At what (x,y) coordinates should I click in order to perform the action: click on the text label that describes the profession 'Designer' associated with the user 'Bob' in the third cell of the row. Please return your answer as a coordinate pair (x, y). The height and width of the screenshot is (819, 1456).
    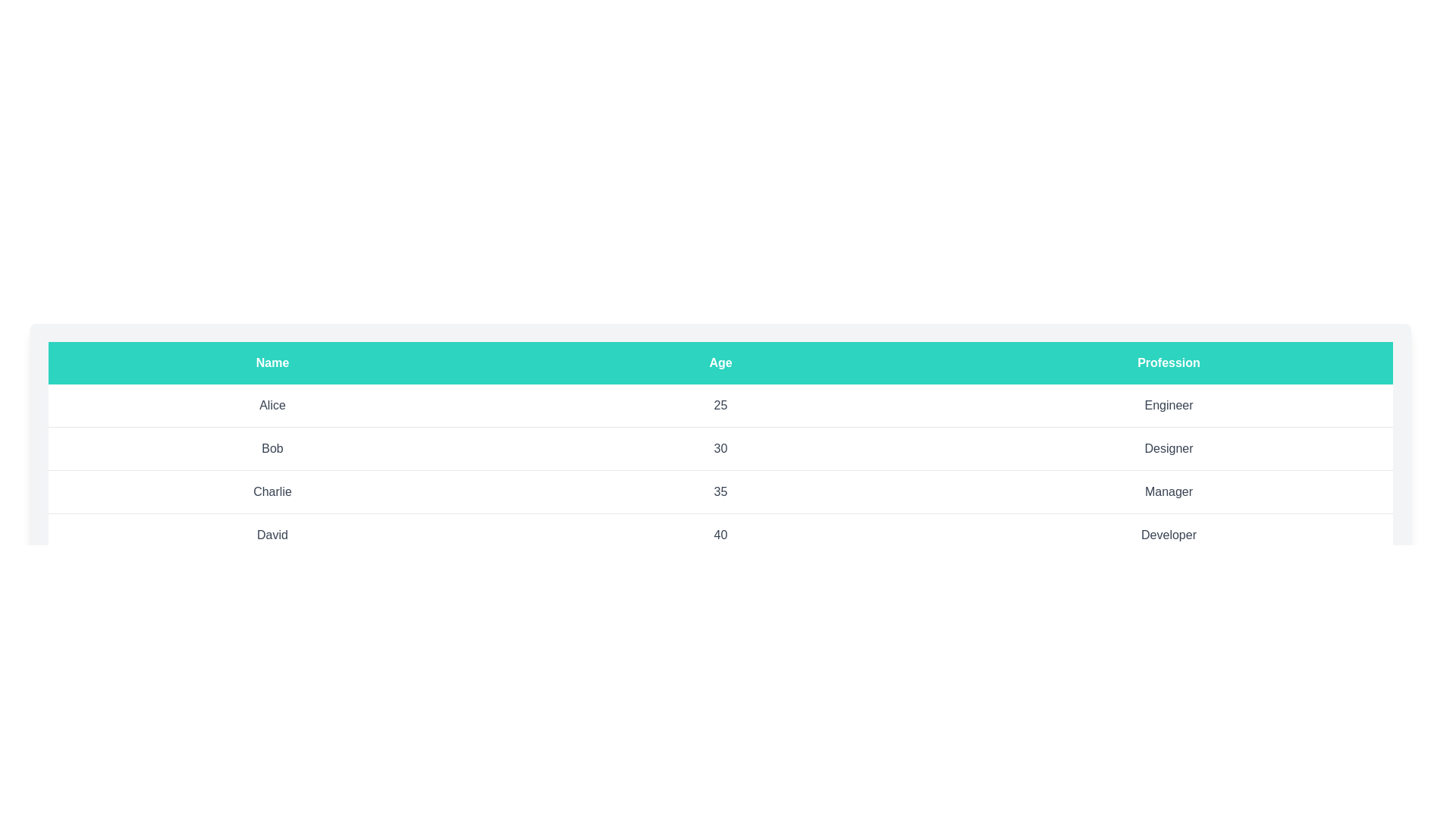
    Looking at the image, I should click on (1168, 447).